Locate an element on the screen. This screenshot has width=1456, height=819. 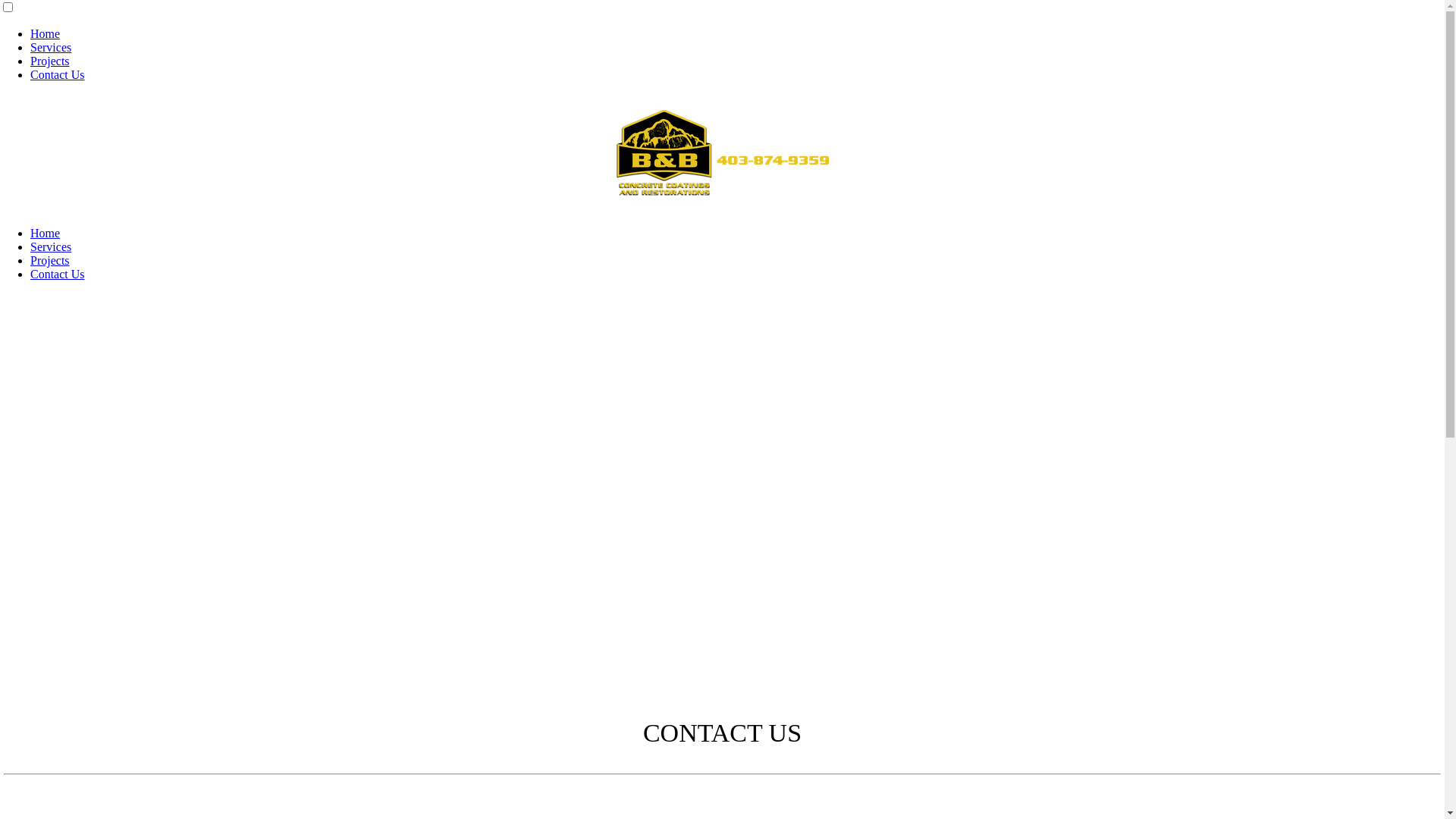
'Services' is located at coordinates (30, 46).